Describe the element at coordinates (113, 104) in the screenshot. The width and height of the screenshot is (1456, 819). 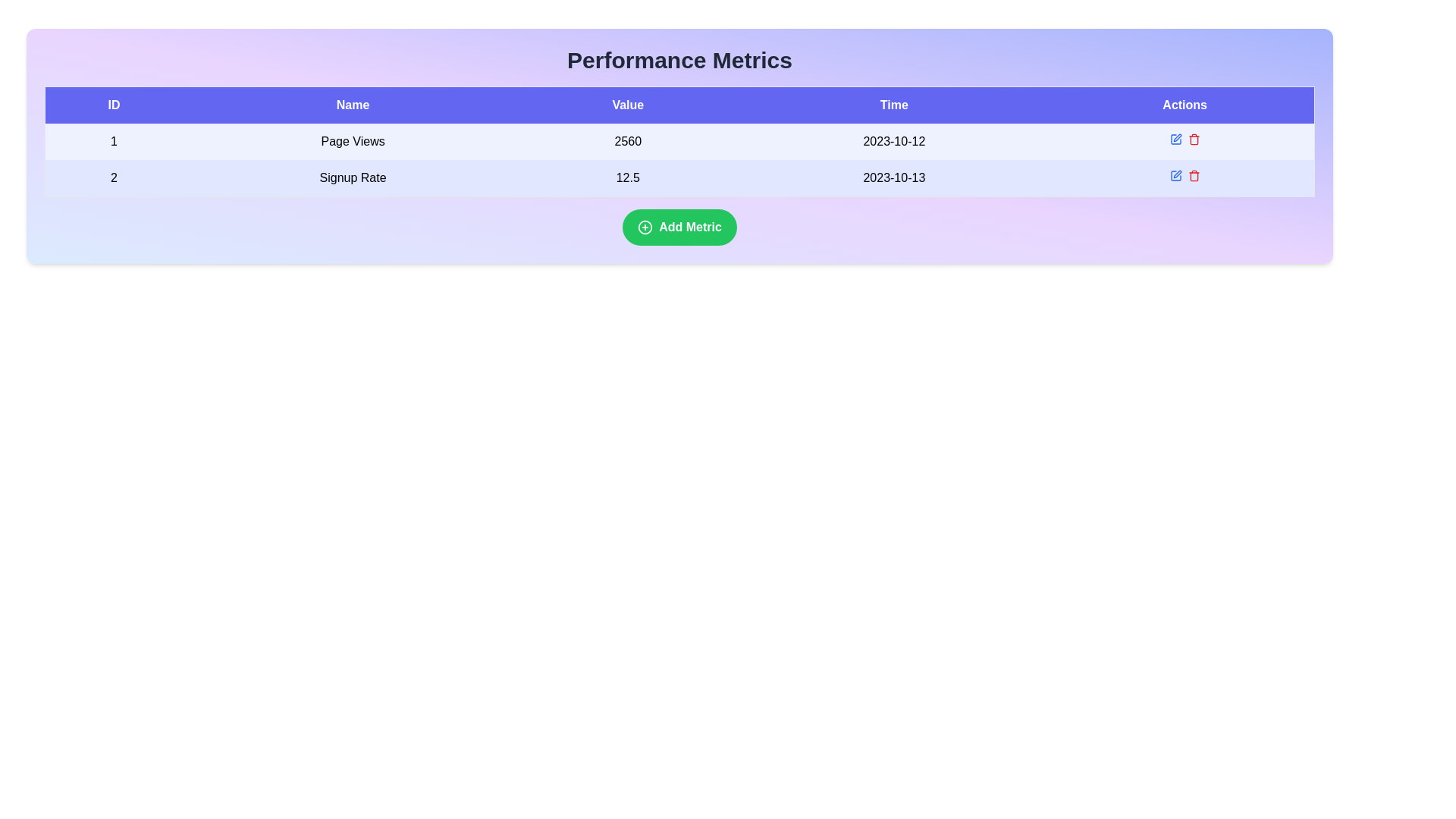
I see `the first column header cell of the table, which serves as a unique identifier for the corresponding column` at that location.